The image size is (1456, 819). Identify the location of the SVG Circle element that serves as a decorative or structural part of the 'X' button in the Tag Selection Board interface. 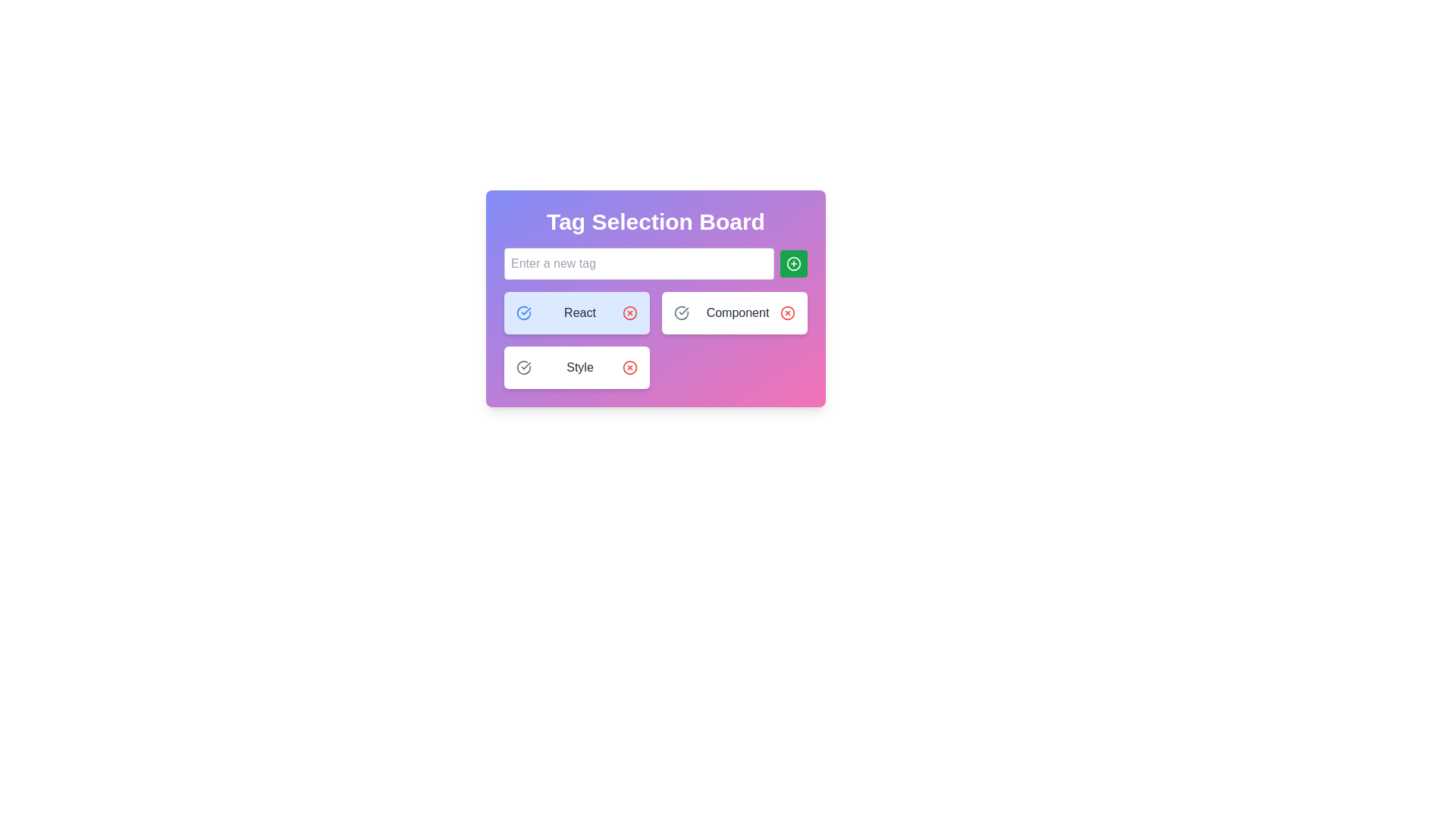
(787, 312).